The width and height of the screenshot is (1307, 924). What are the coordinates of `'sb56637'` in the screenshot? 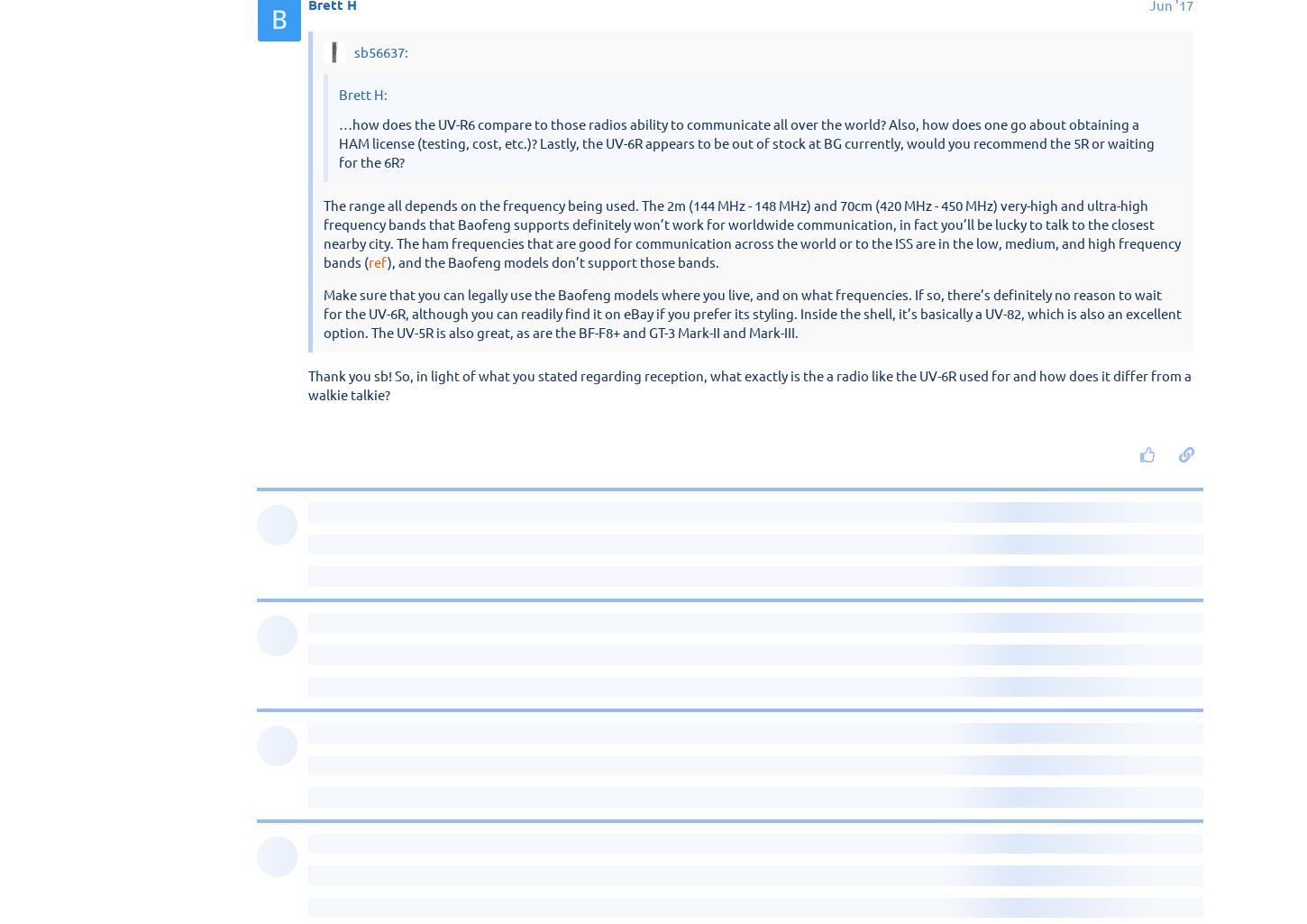 It's located at (308, 142).